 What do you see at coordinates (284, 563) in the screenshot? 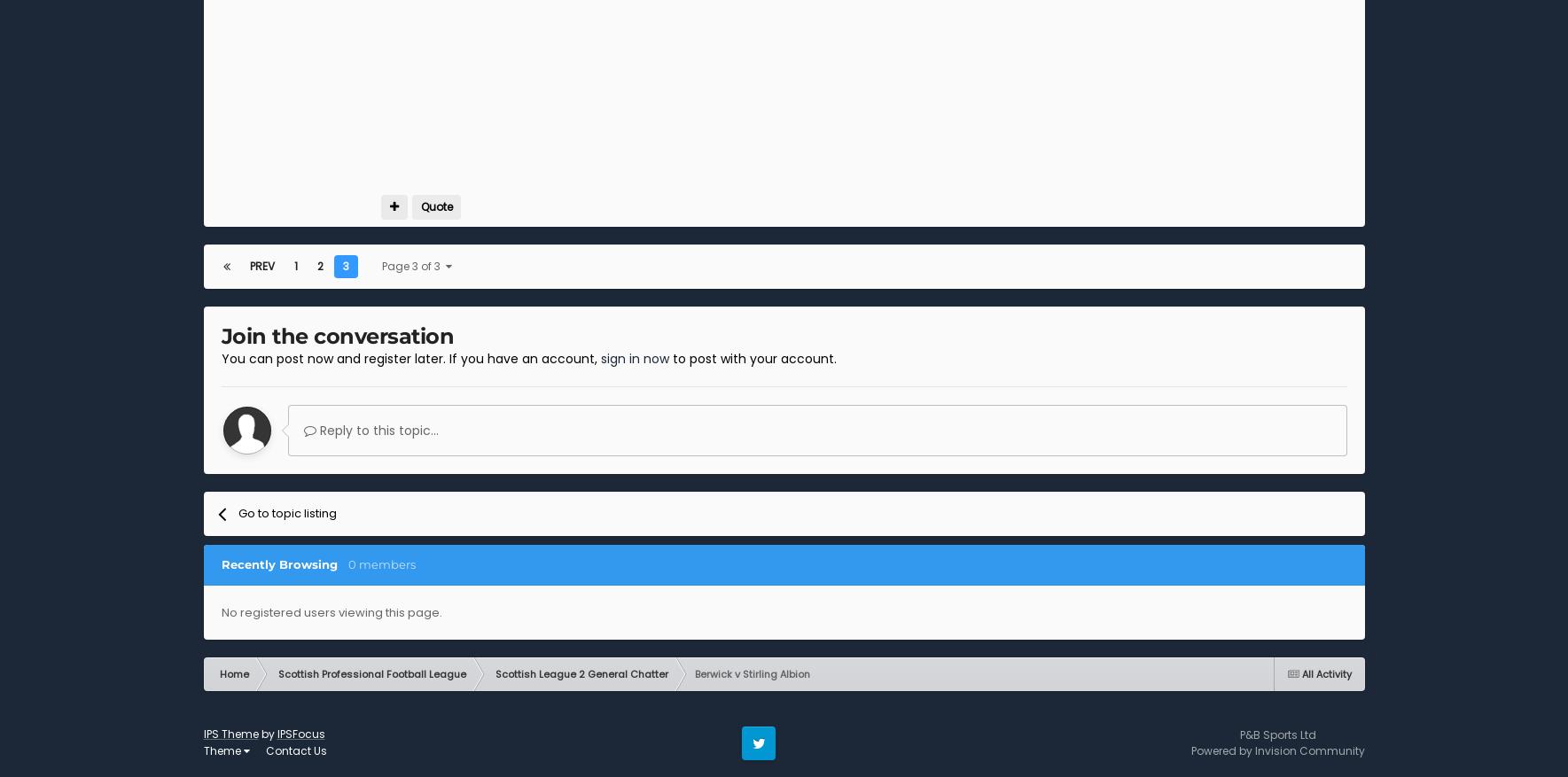
I see `'Recently Browsing'` at bounding box center [284, 563].